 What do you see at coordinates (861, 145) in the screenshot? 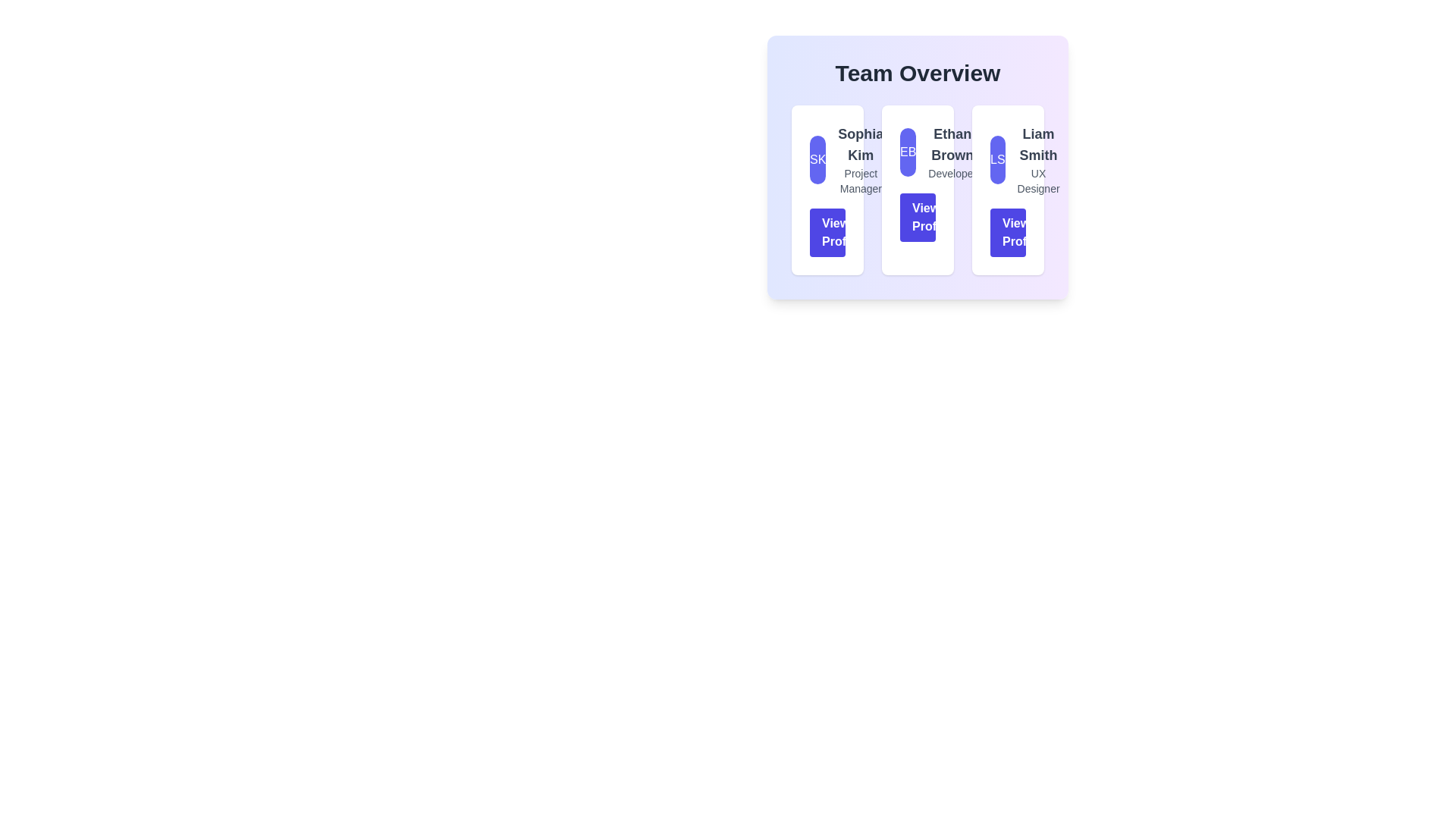
I see `the text label displaying the name 'Sophia Kim' in bold, large, gray font` at bounding box center [861, 145].